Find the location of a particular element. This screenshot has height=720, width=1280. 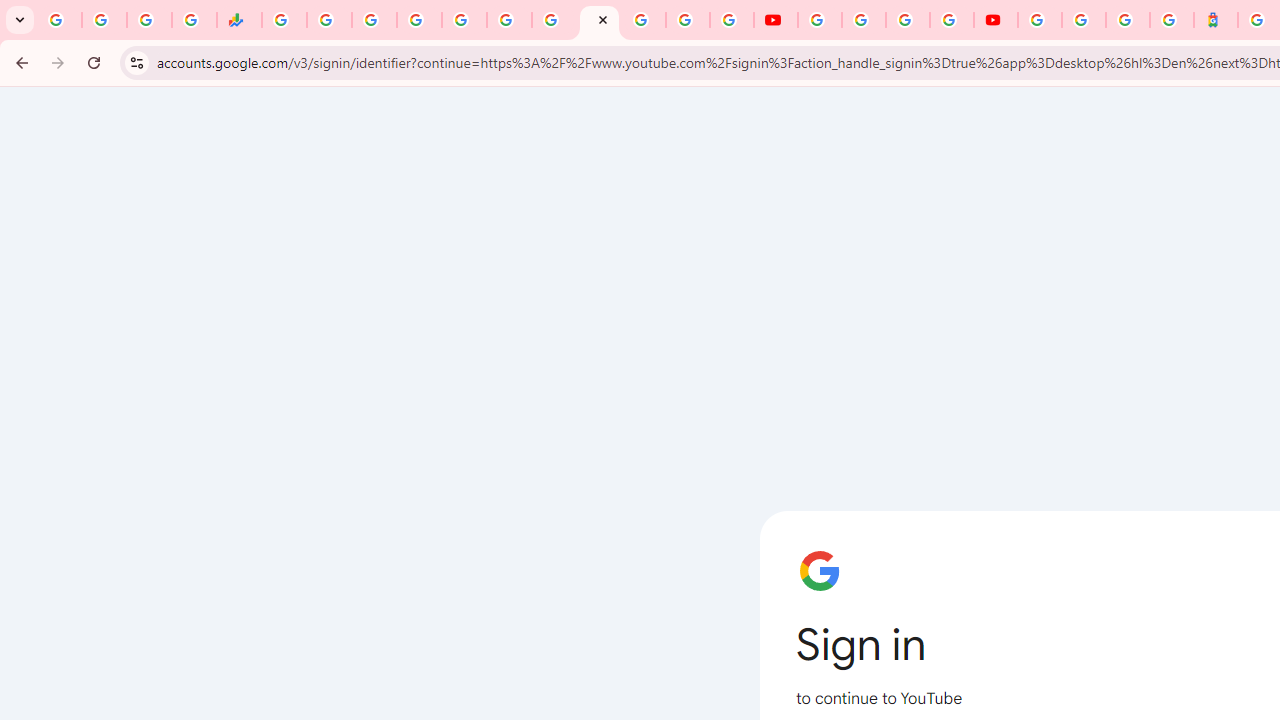

'Google Workspace Admin Community' is located at coordinates (59, 20).